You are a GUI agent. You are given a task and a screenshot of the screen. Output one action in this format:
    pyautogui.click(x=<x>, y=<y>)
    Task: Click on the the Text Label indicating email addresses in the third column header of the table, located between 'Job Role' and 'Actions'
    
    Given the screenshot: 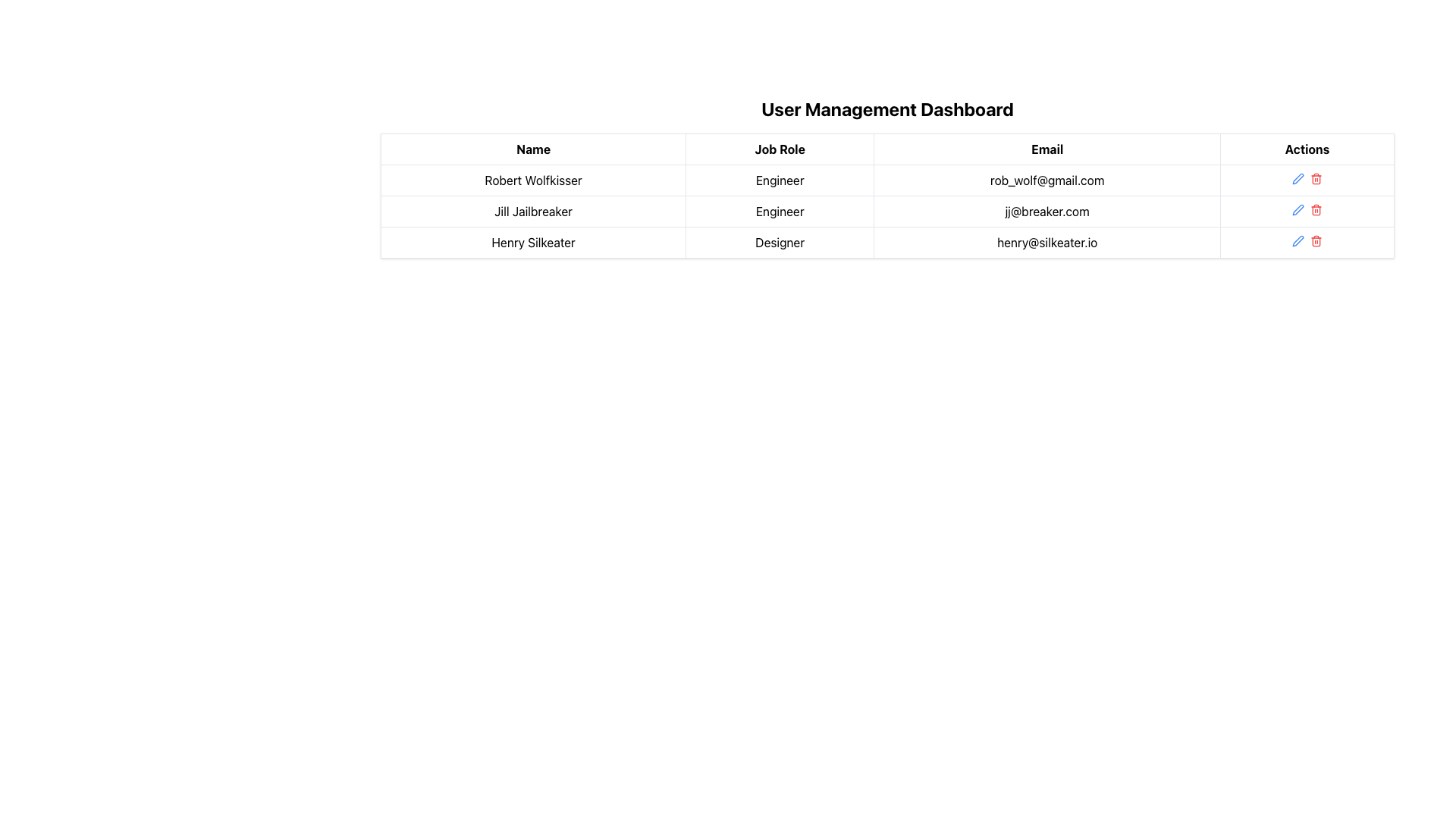 What is the action you would take?
    pyautogui.click(x=1046, y=149)
    